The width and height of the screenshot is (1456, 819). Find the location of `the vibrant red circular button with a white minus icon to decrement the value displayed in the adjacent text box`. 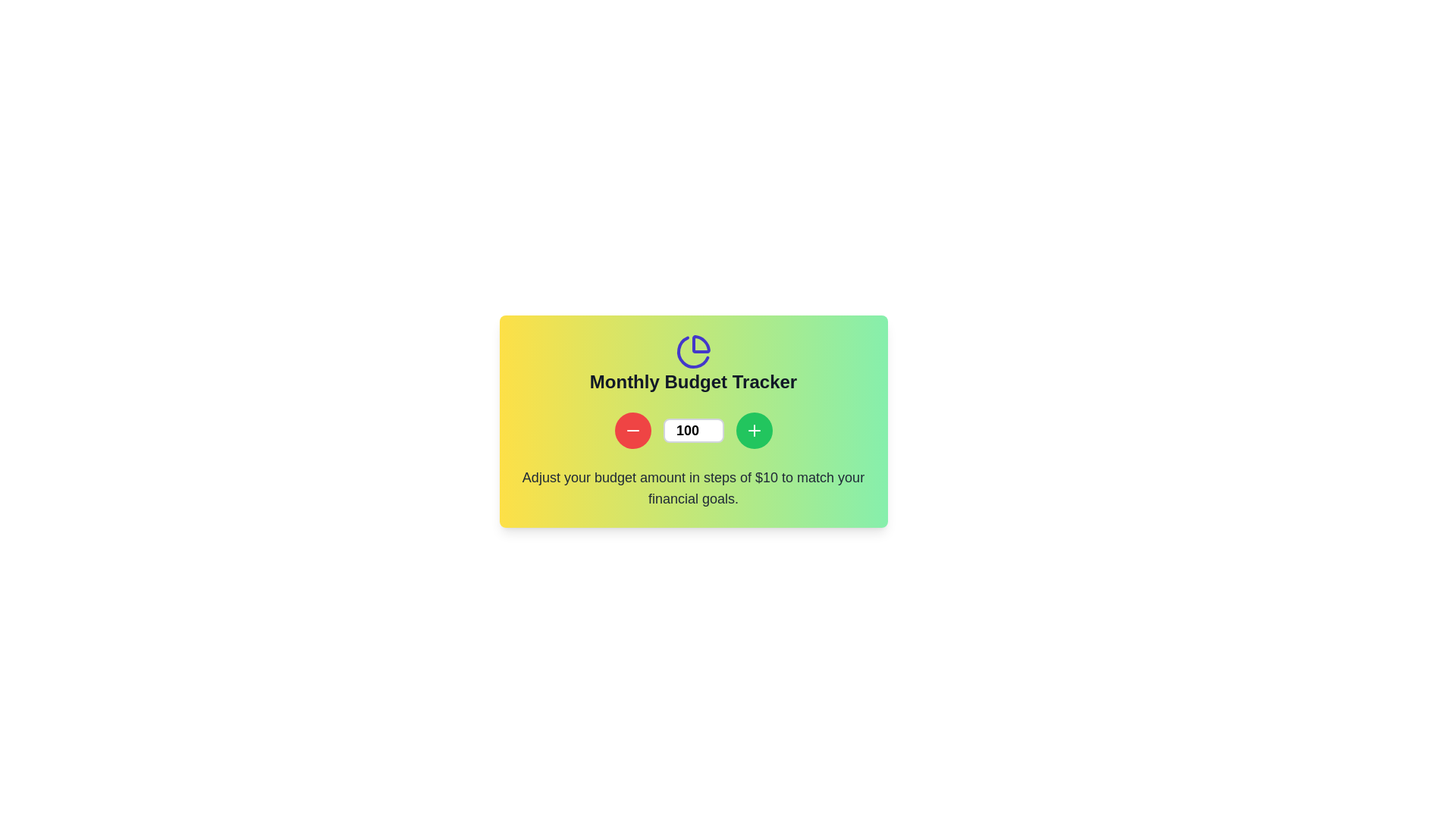

the vibrant red circular button with a white minus icon to decrement the value displayed in the adjacent text box is located at coordinates (632, 430).